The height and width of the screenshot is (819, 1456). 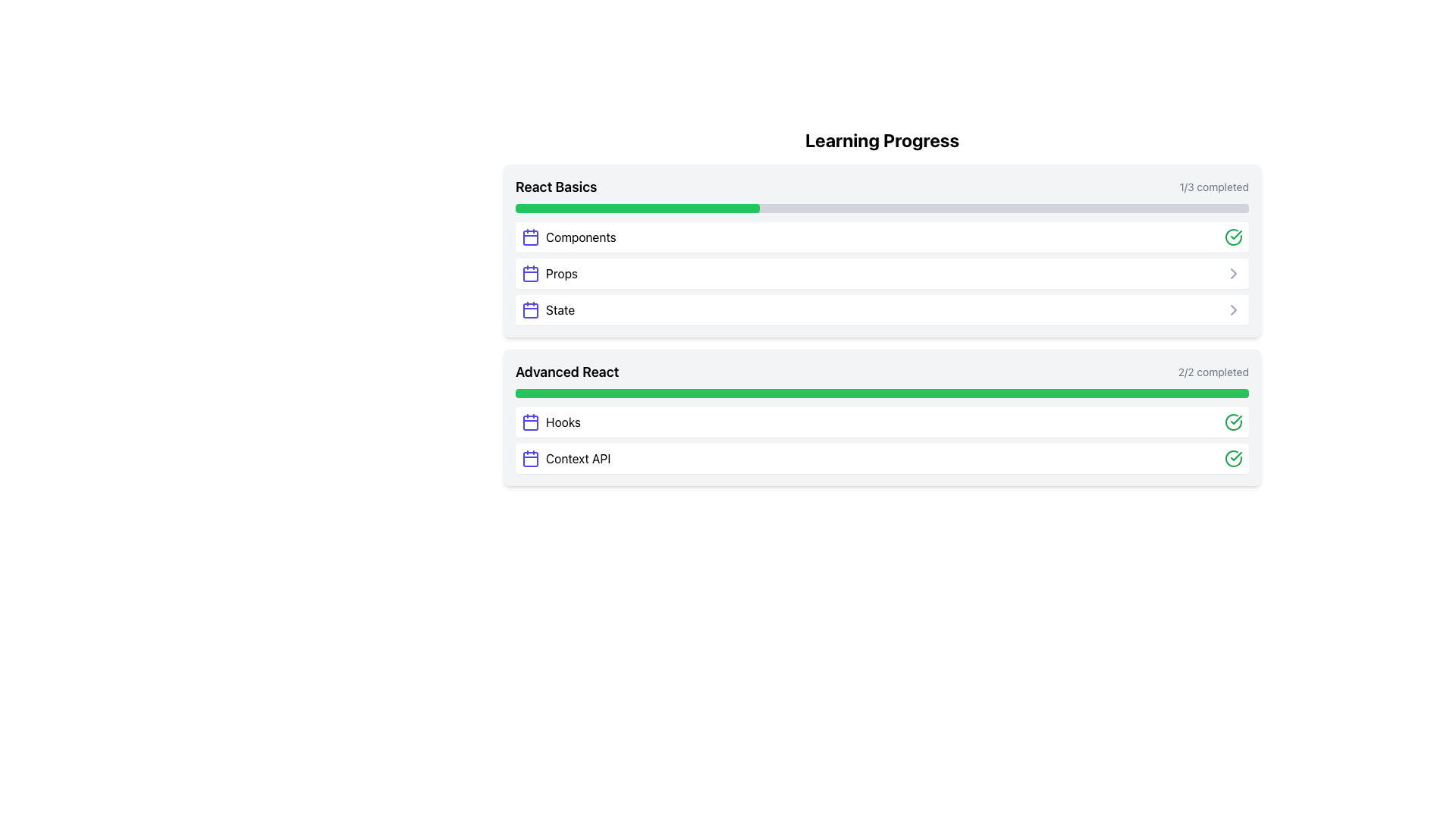 I want to click on the completed learning topic list item titled 'Context API' in the 'Advanced React' section, so click(x=882, y=458).